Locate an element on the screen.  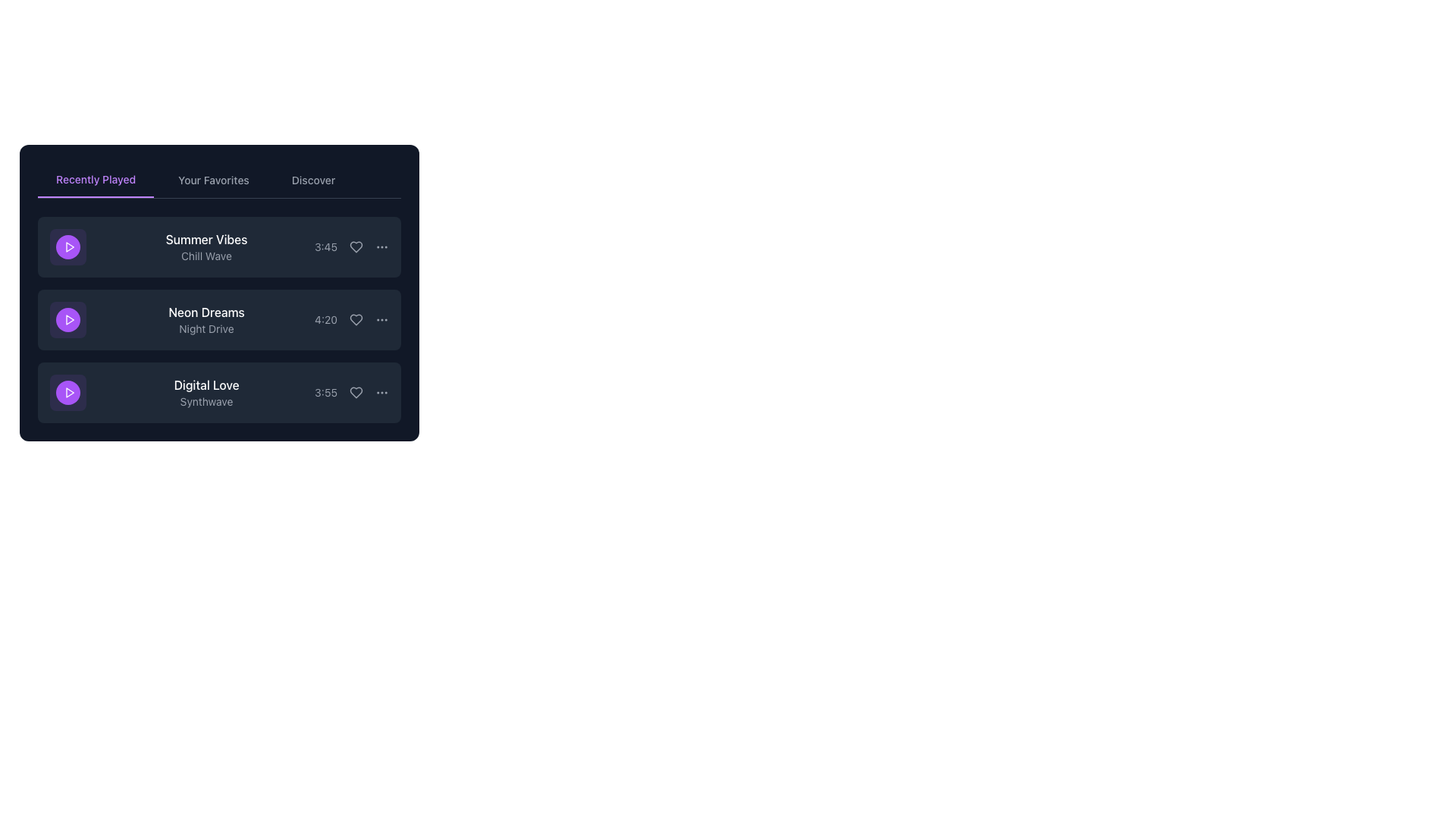
the Text label that serves as a subtitle or genre classification for the song 'Summer Vibes', which is located in the 'Recently Played' section, beneath the title 'Summer Vibes' is located at coordinates (206, 256).